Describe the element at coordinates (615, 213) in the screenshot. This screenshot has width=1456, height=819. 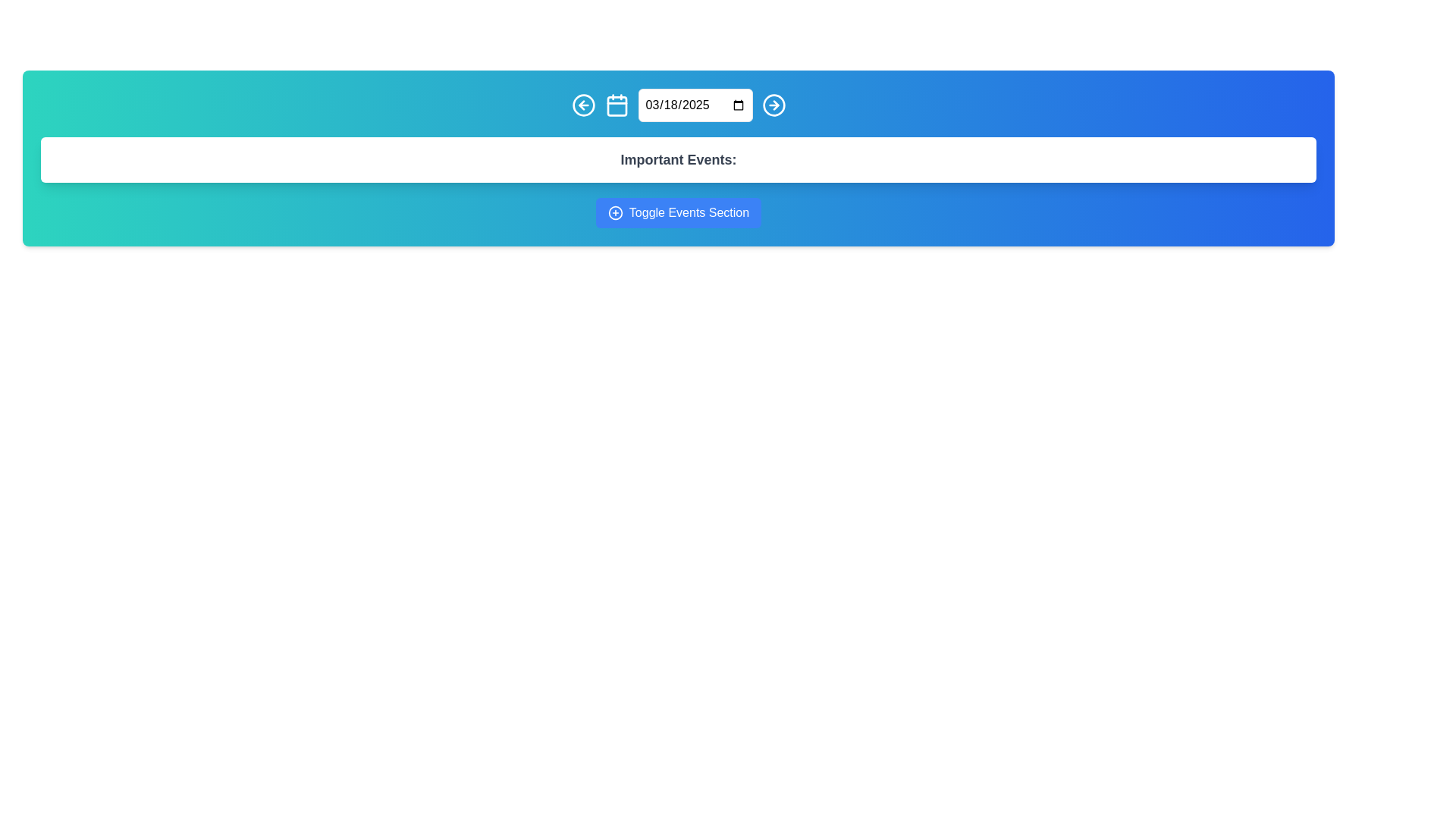
I see `the button labeled 'Toggle Events Section' that contains the blue circular SVG element` at that location.